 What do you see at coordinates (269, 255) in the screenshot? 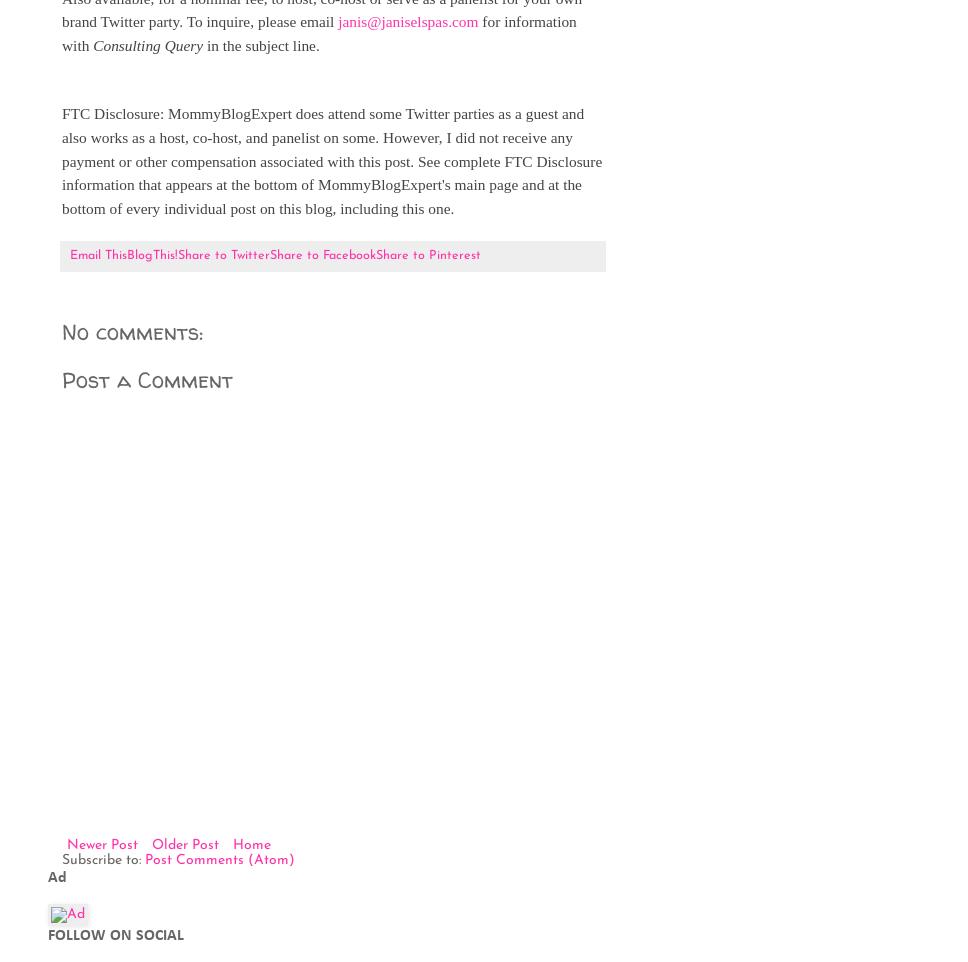
I see `'Share to Facebook'` at bounding box center [269, 255].